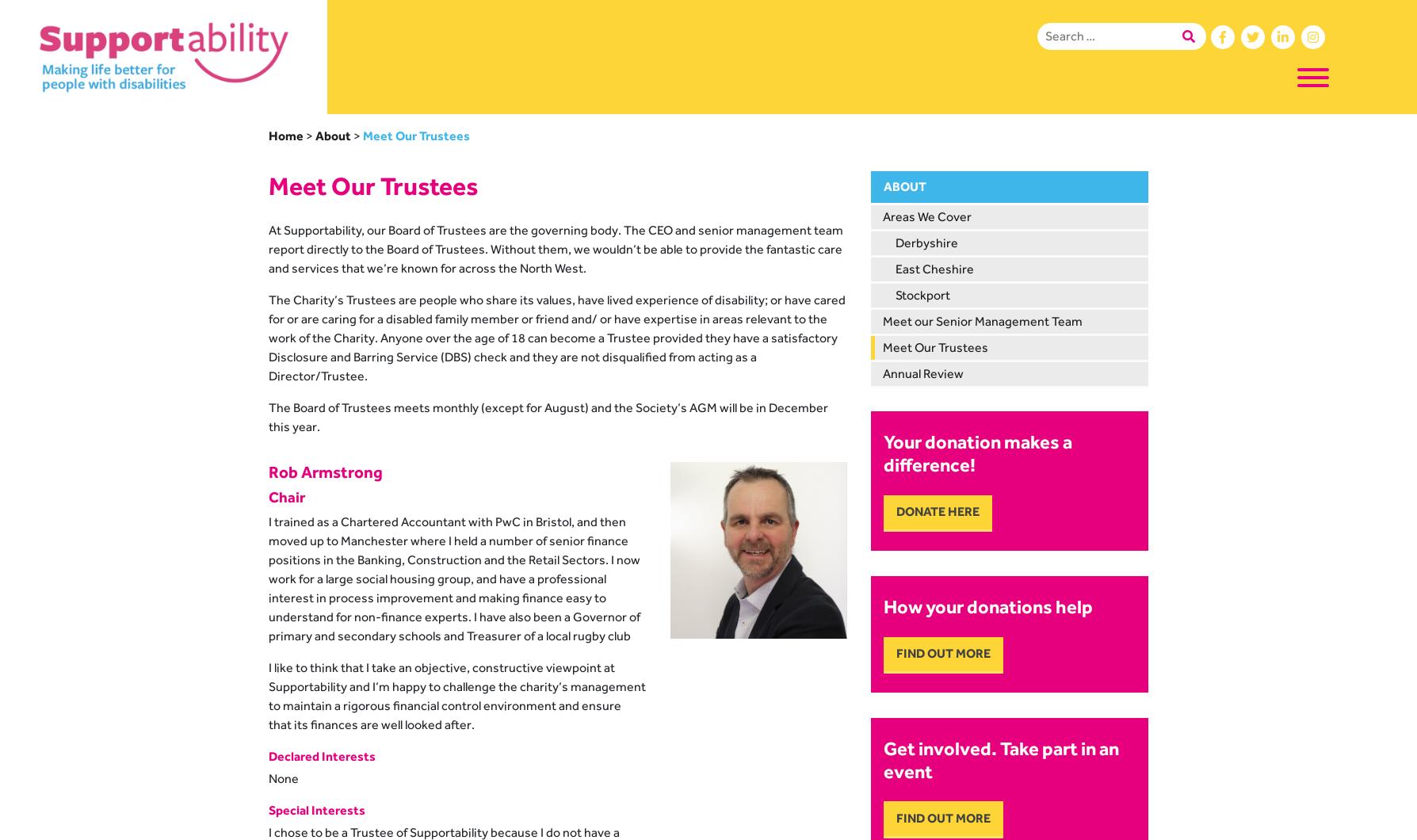 The width and height of the screenshot is (1417, 840). Describe the element at coordinates (926, 242) in the screenshot. I see `'Derbyshire'` at that location.